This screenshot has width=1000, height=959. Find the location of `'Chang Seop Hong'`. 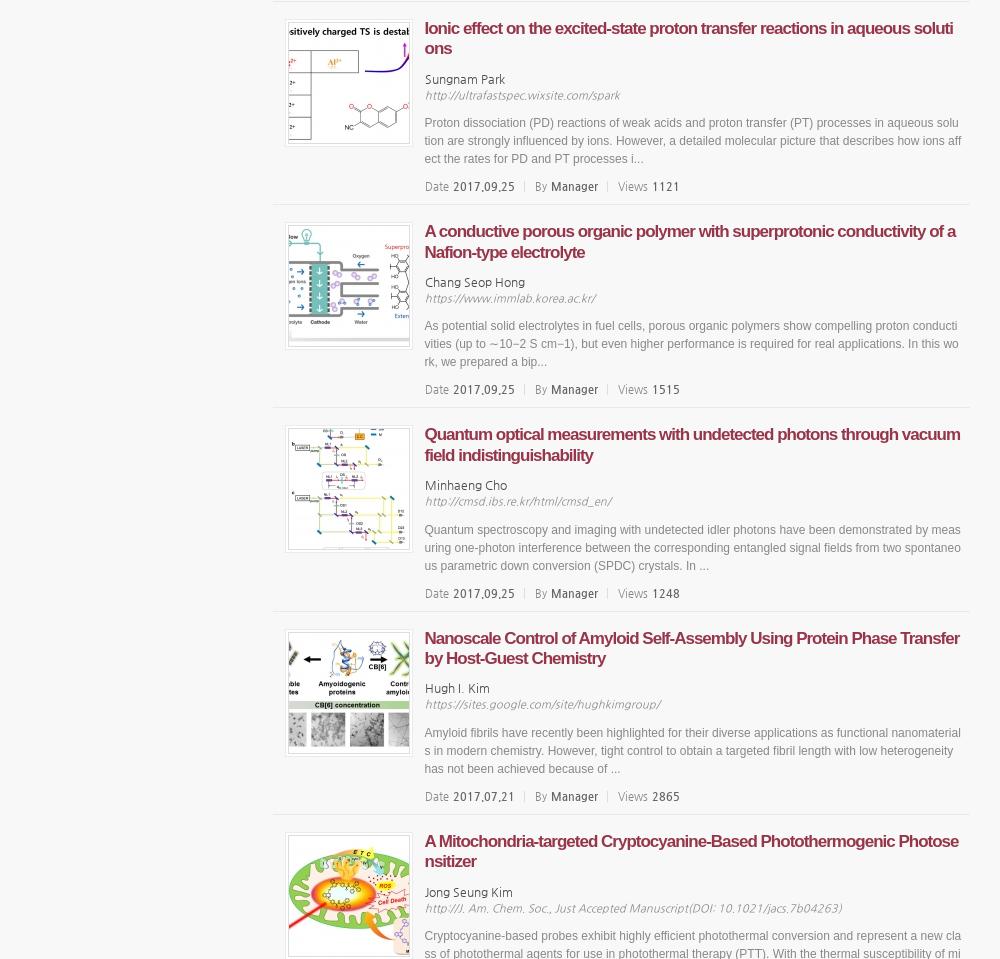

'Chang Seop Hong' is located at coordinates (473, 279).